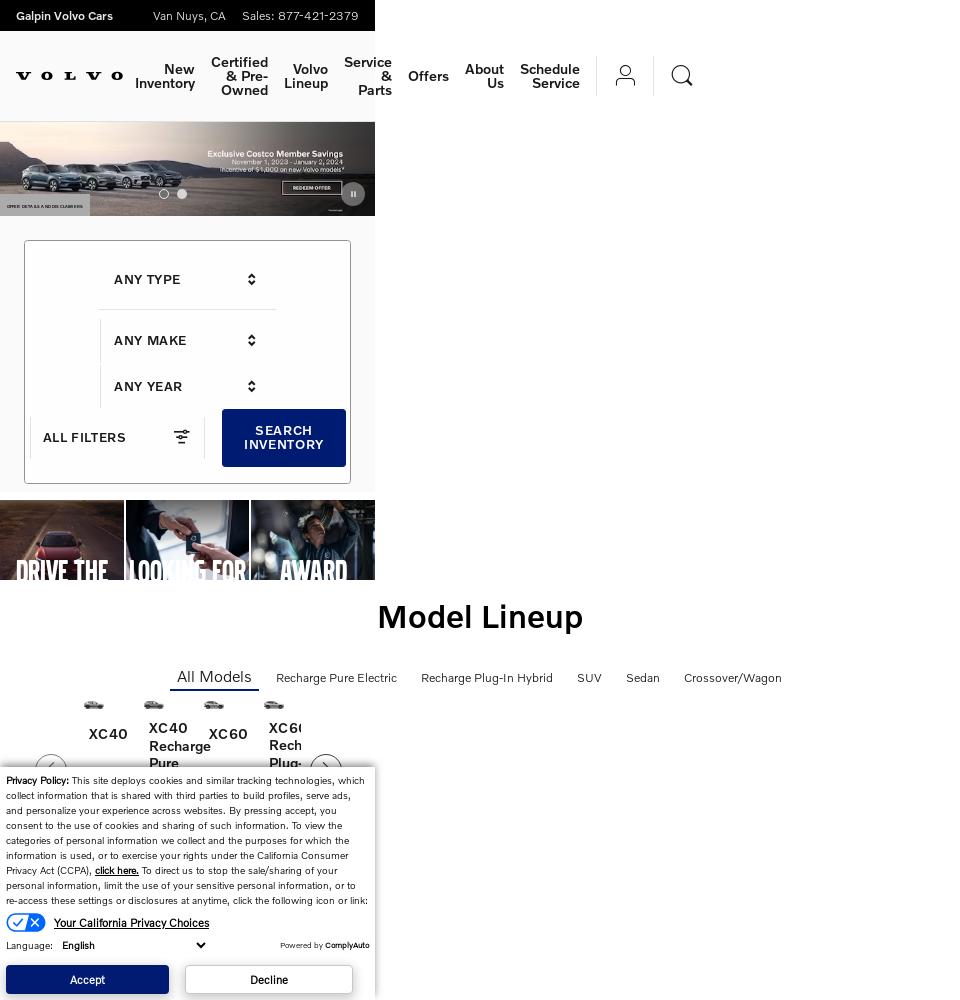 Image resolution: width=960 pixels, height=1000 pixels. What do you see at coordinates (218, 15) in the screenshot?
I see `'CA'` at bounding box center [218, 15].